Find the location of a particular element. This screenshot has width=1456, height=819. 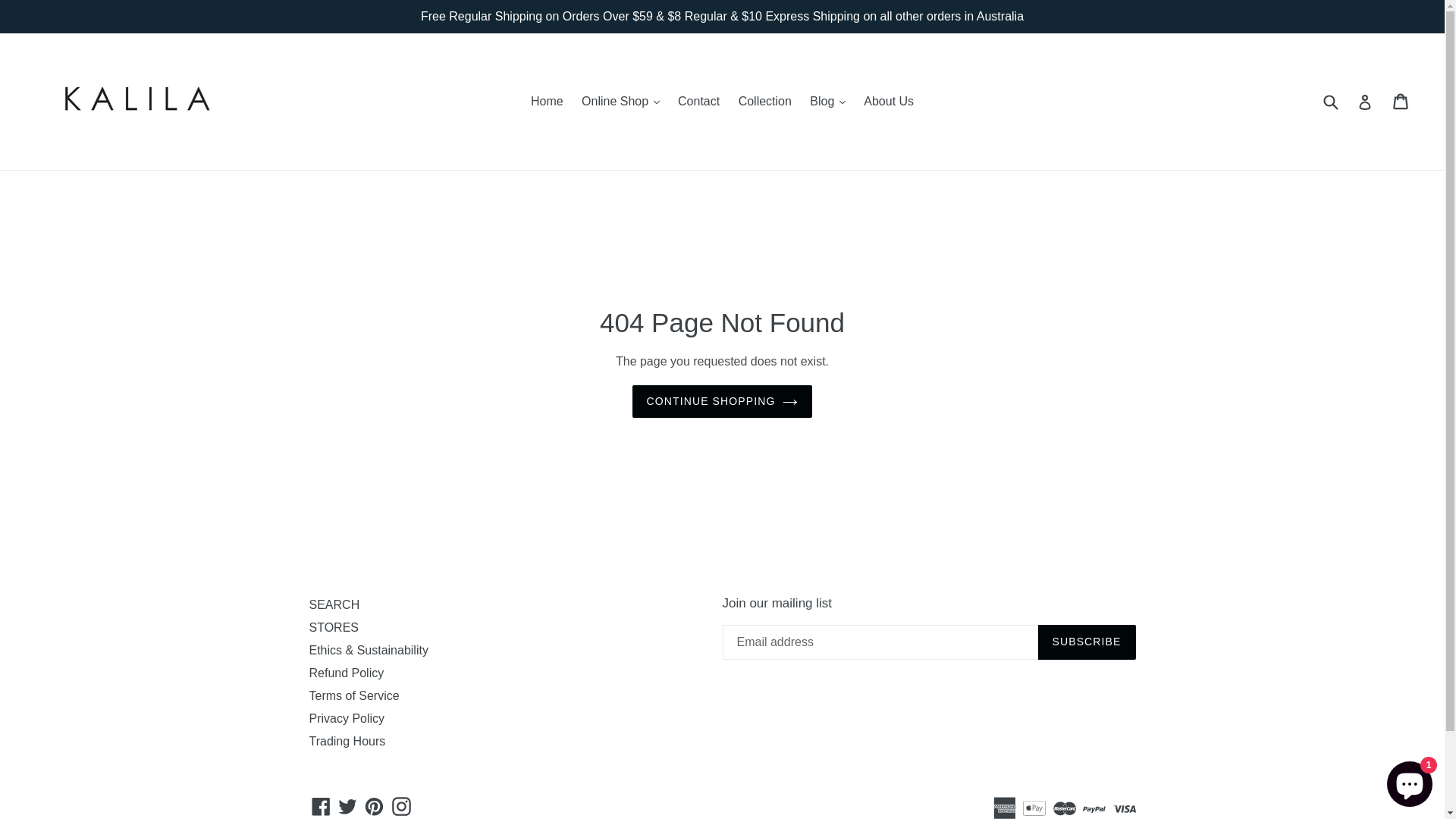

'Pinterest' is located at coordinates (374, 805).